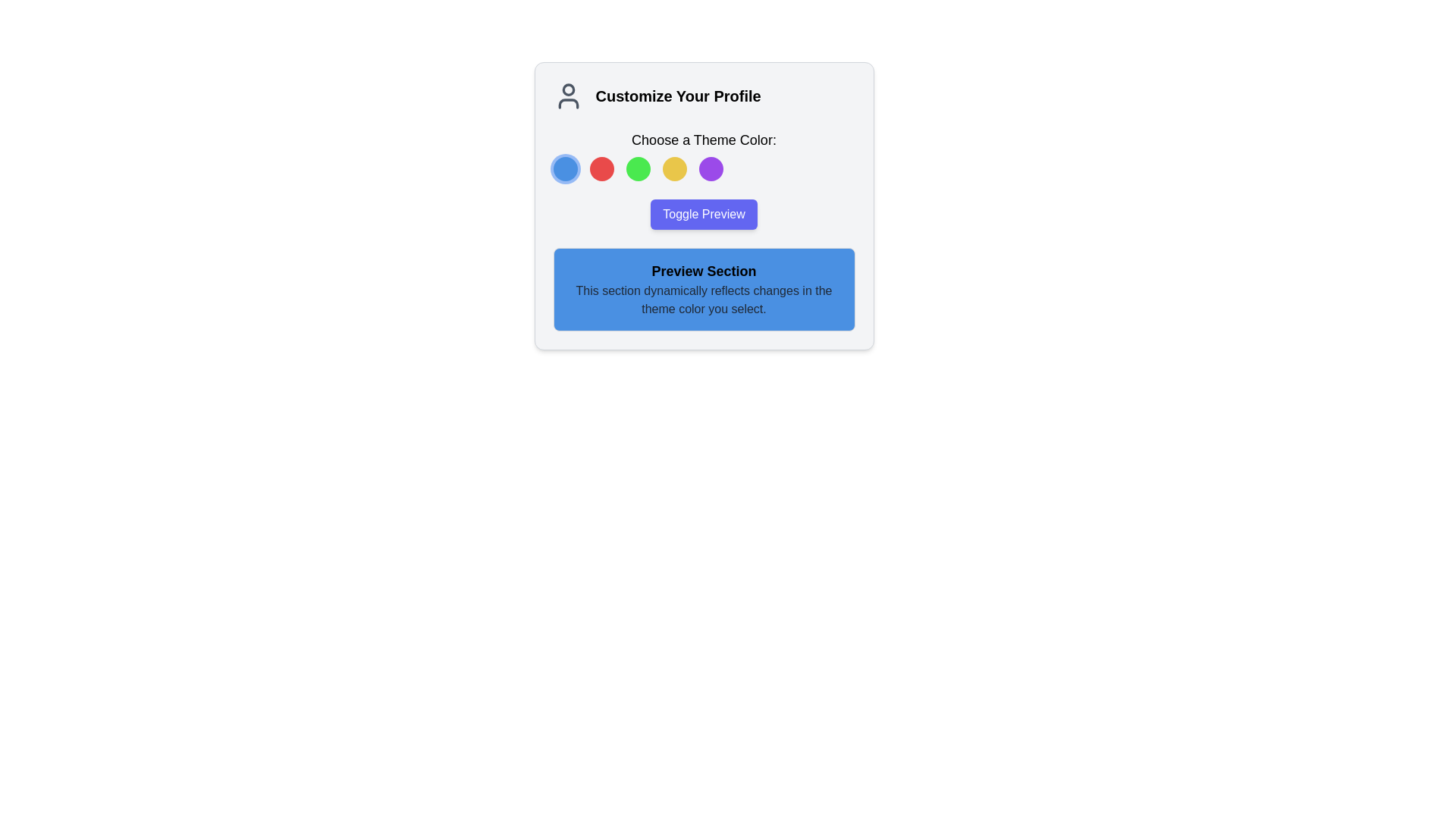 The width and height of the screenshot is (1456, 819). What do you see at coordinates (567, 103) in the screenshot?
I see `the lower segment of the user icon in the profile customization interface, located near the top-left corner above the text 'Customize Your Profile'` at bounding box center [567, 103].